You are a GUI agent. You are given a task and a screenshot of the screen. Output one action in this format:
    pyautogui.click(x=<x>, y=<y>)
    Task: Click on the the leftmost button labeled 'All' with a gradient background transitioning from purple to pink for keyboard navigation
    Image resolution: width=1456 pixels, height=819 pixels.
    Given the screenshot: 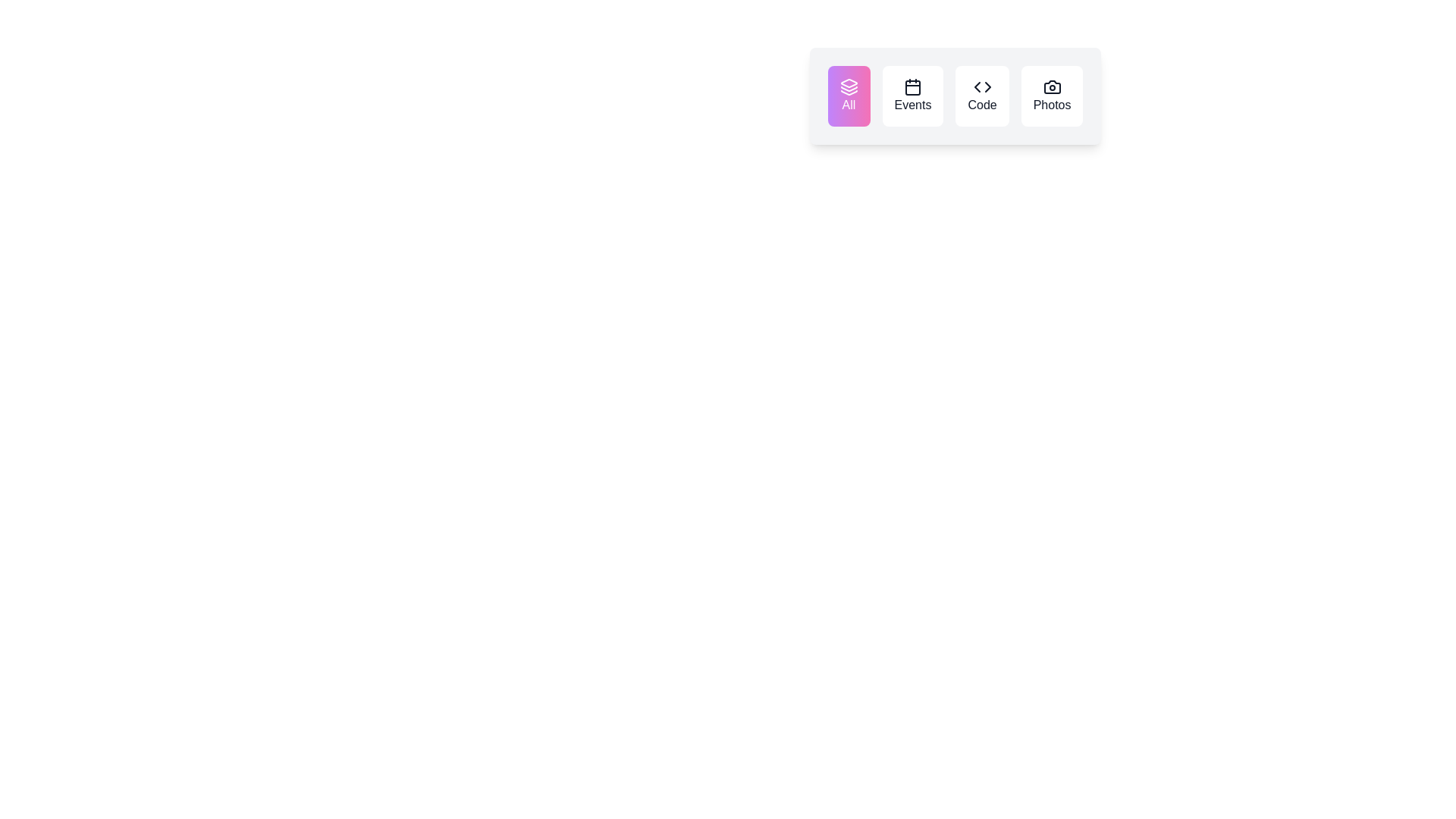 What is the action you would take?
    pyautogui.click(x=848, y=96)
    